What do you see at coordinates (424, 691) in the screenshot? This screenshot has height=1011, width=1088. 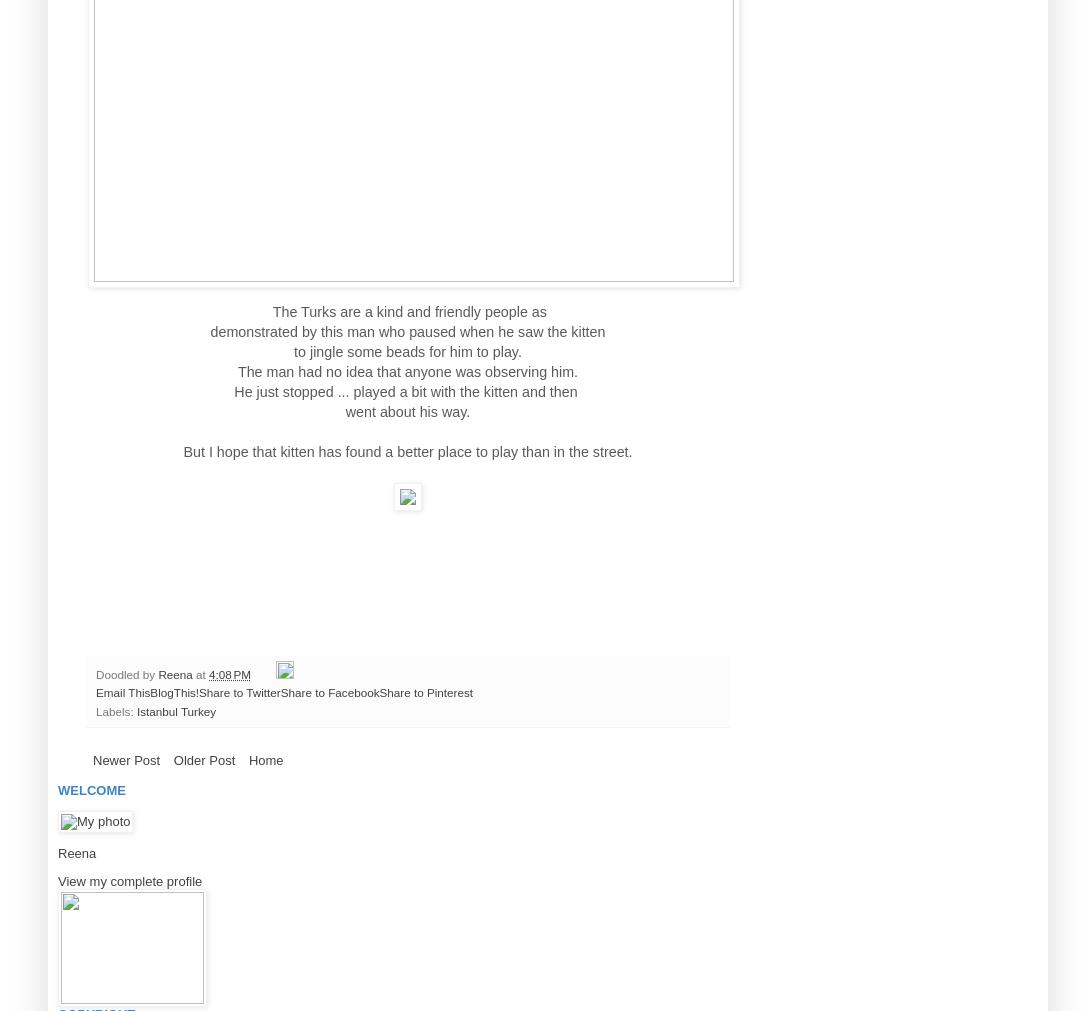 I see `'Share to Pinterest'` at bounding box center [424, 691].